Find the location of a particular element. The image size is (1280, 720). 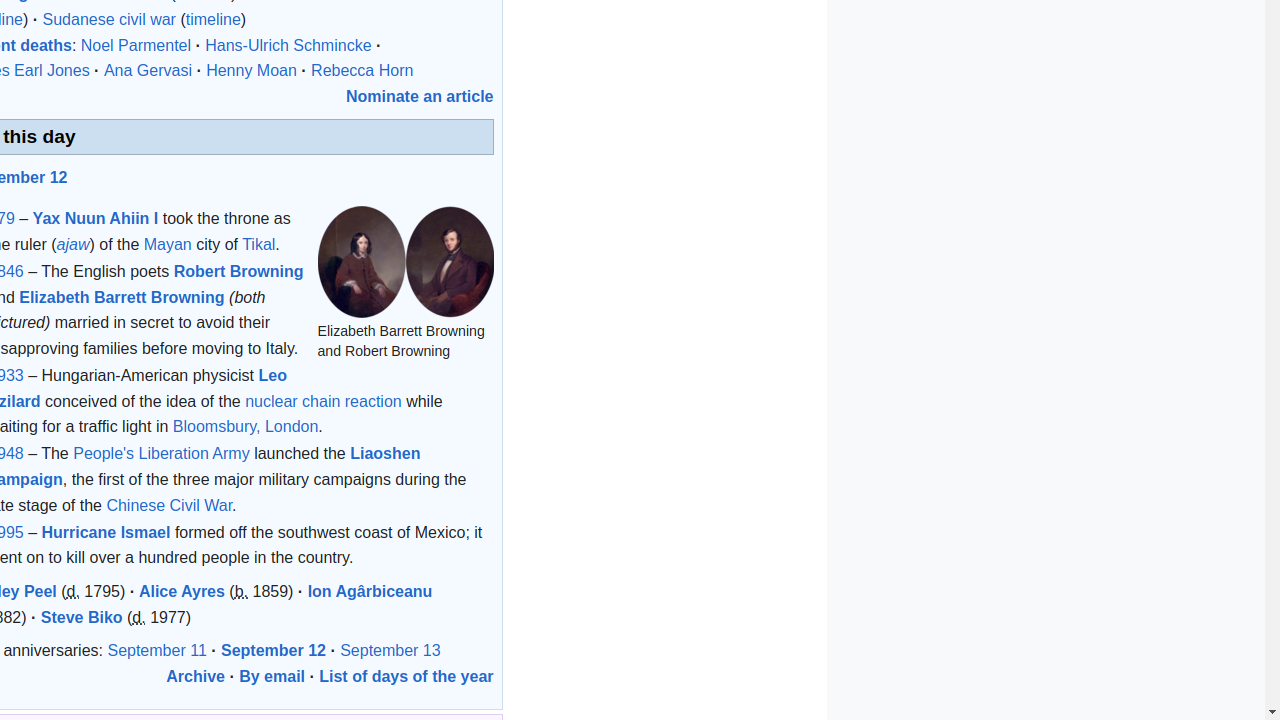

'List of days of the year' is located at coordinates (405, 675).